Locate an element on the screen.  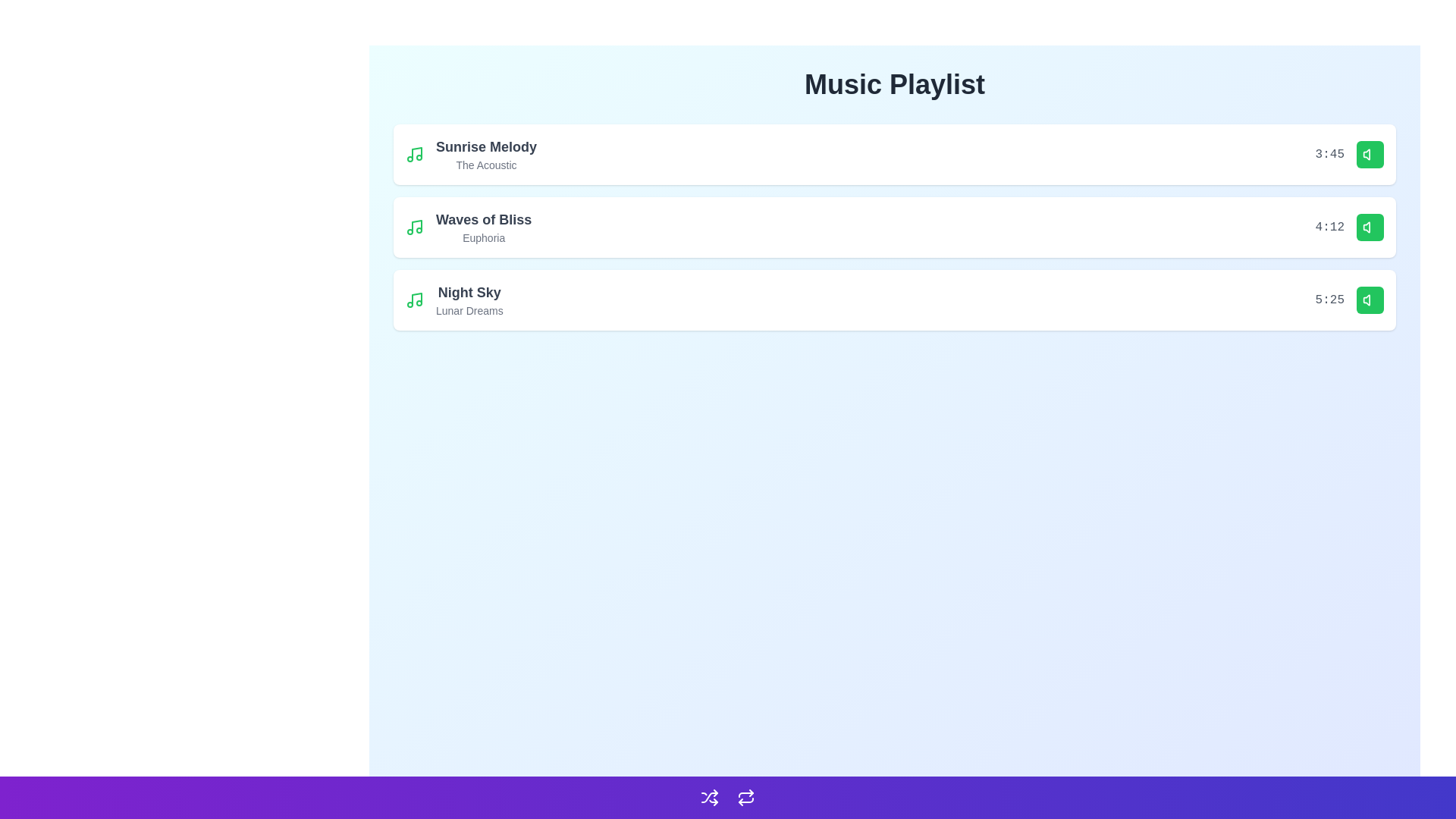
the 'Night Sky' text label with the decorative green music icon in the music playlist interface, which is the third item in the vertical list is located at coordinates (453, 300).